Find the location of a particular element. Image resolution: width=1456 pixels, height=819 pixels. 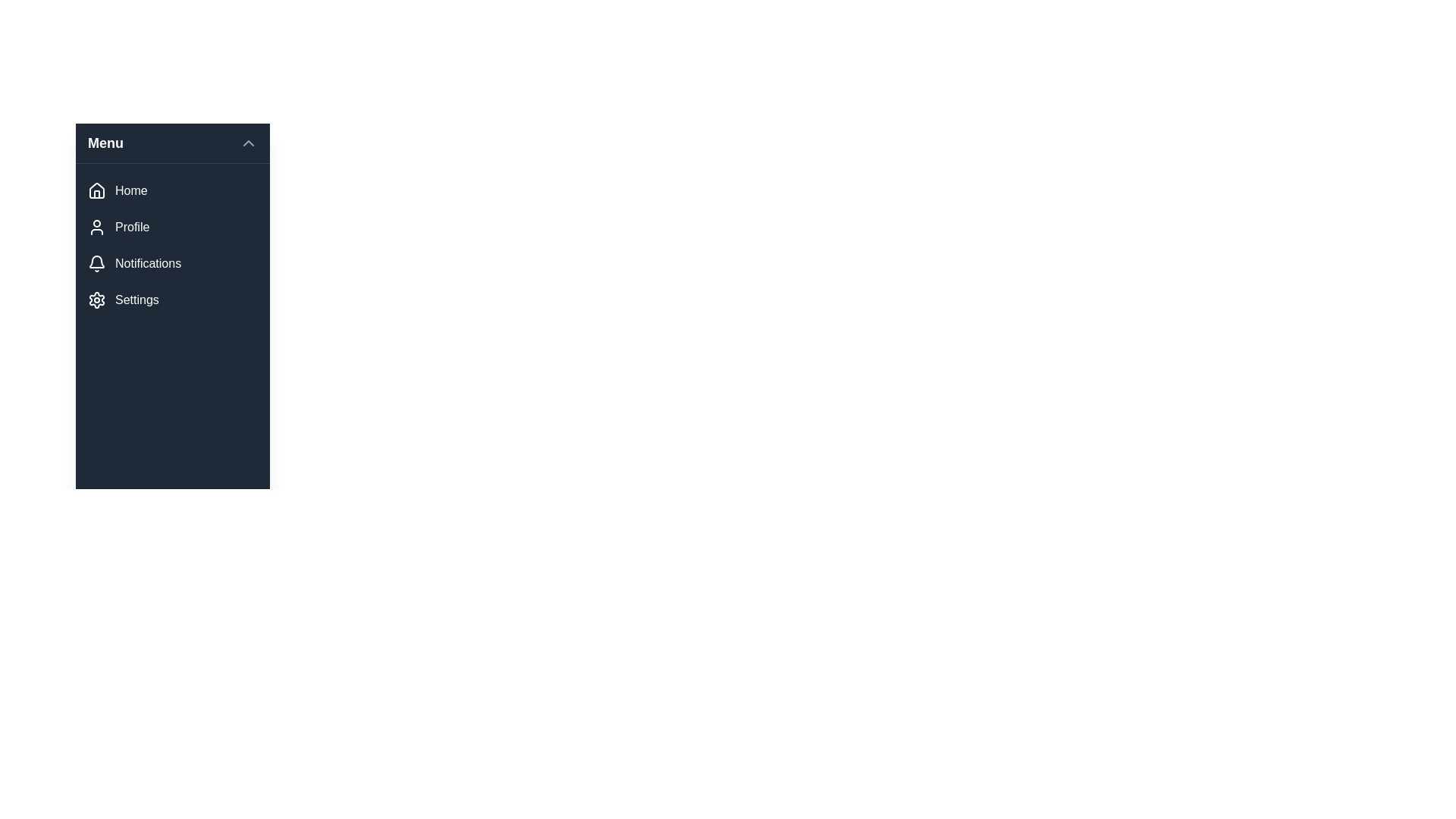

the 'Notifications' text label, which is the third item in the vertical menu on the left side of the interface, positioned to the right of the bell icon is located at coordinates (148, 262).